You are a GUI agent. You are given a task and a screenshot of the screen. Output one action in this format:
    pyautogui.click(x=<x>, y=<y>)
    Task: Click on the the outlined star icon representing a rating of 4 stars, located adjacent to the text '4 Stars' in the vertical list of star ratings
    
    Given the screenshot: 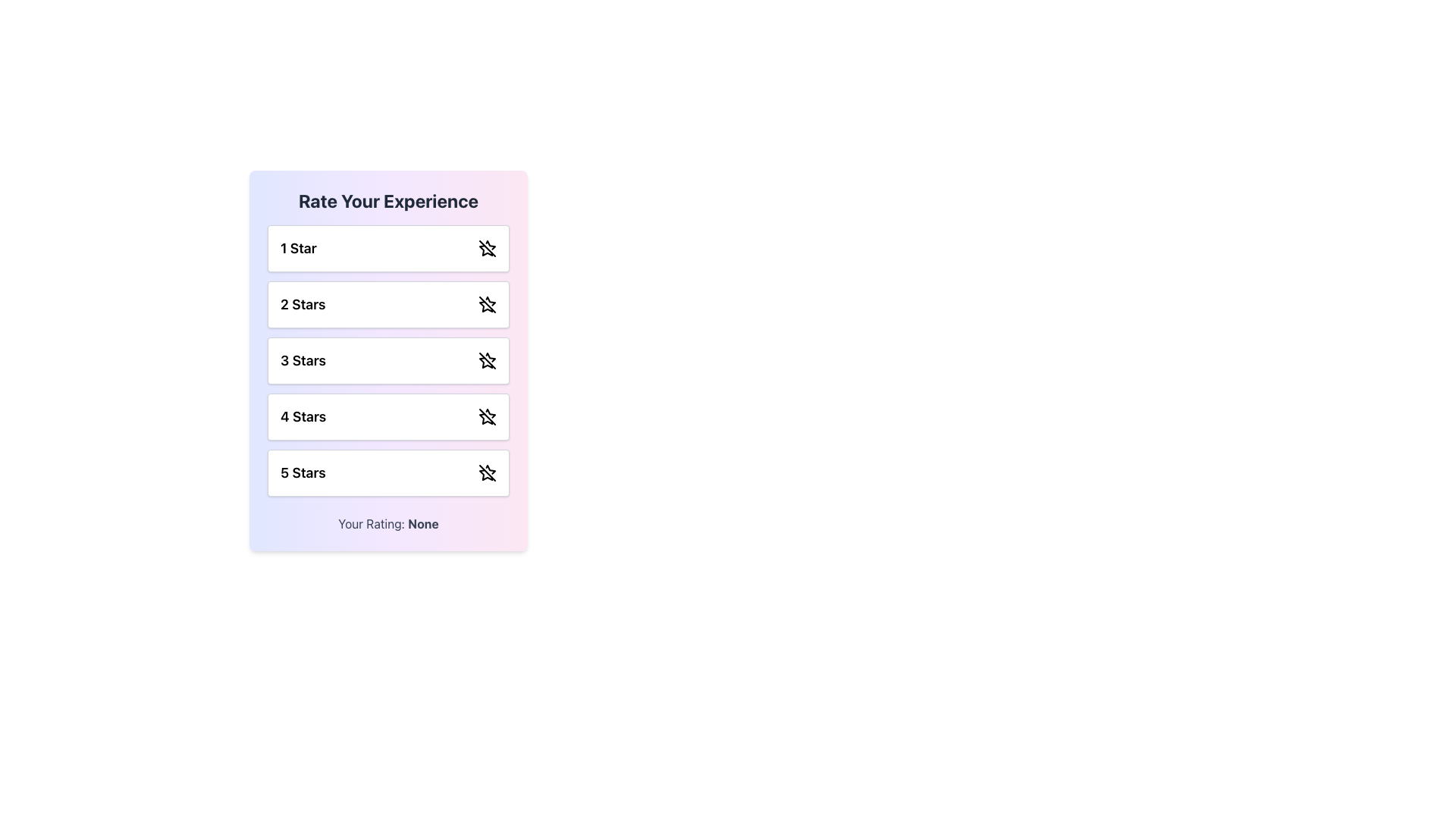 What is the action you would take?
    pyautogui.click(x=488, y=417)
    